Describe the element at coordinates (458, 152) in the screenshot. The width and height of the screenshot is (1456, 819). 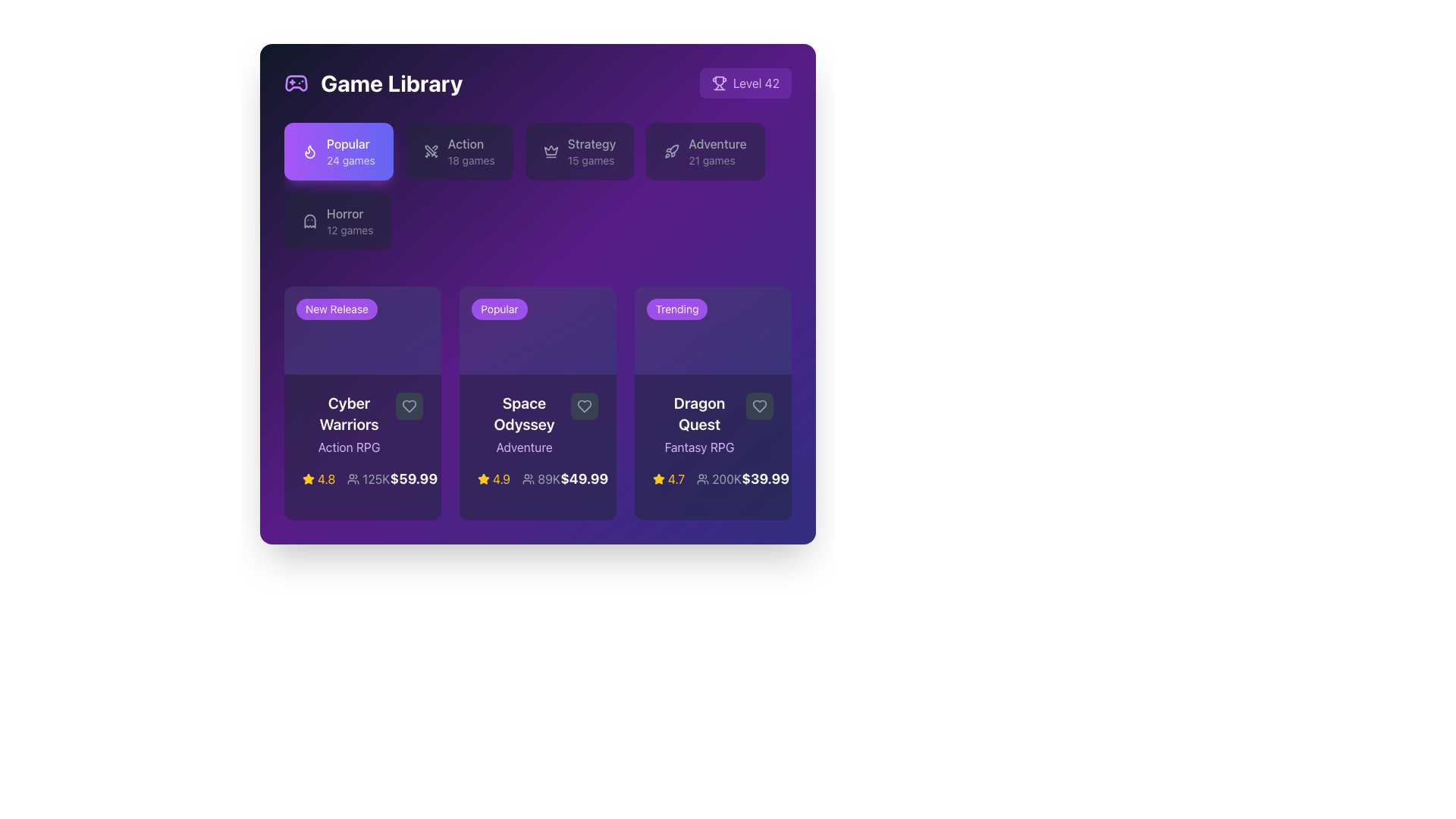
I see `the 'Action' games category selector button, which is the second button in the game library category section, positioned between the 'Popular' and 'Strategy' buttons` at that location.